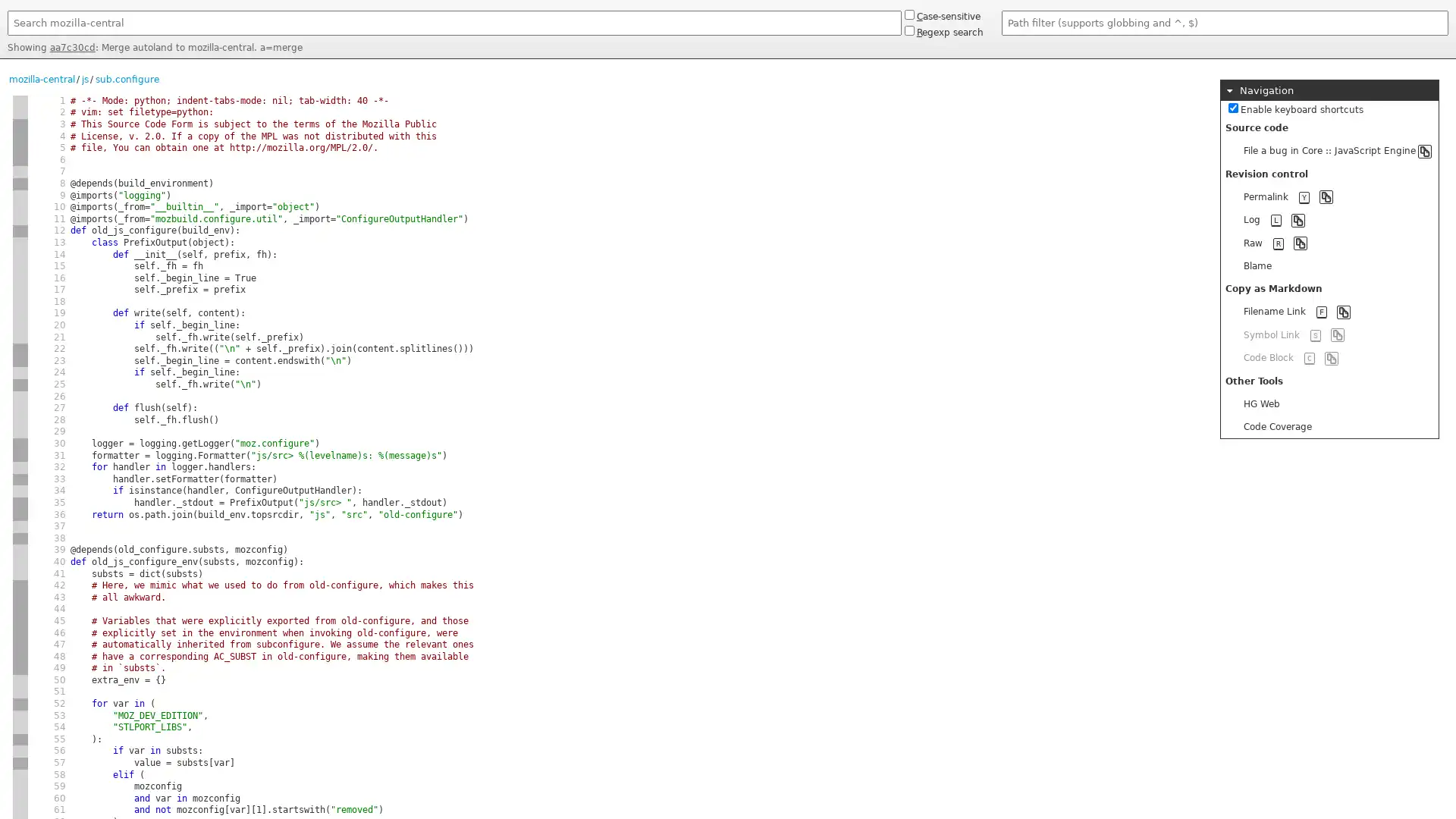 The height and width of the screenshot is (819, 1456). Describe the element at coordinates (20, 253) in the screenshot. I see `same hash 6` at that location.